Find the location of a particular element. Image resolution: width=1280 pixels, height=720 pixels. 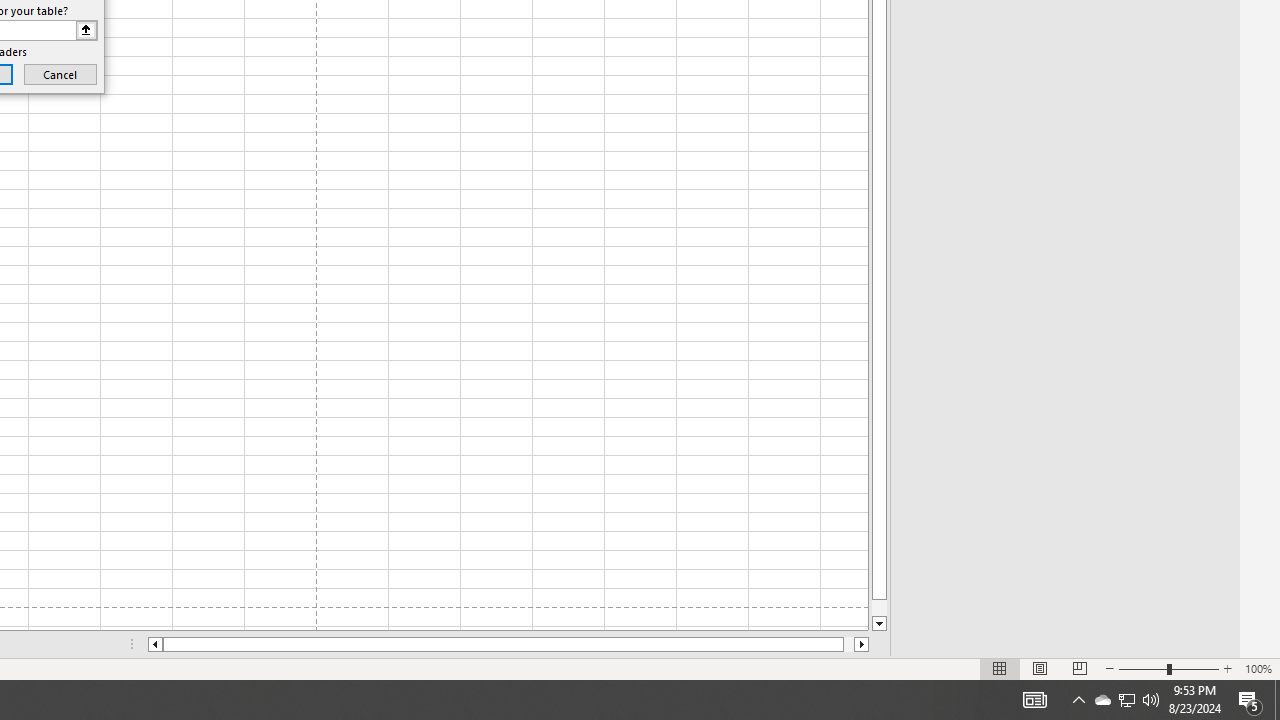

'Zoom' is located at coordinates (1168, 669).